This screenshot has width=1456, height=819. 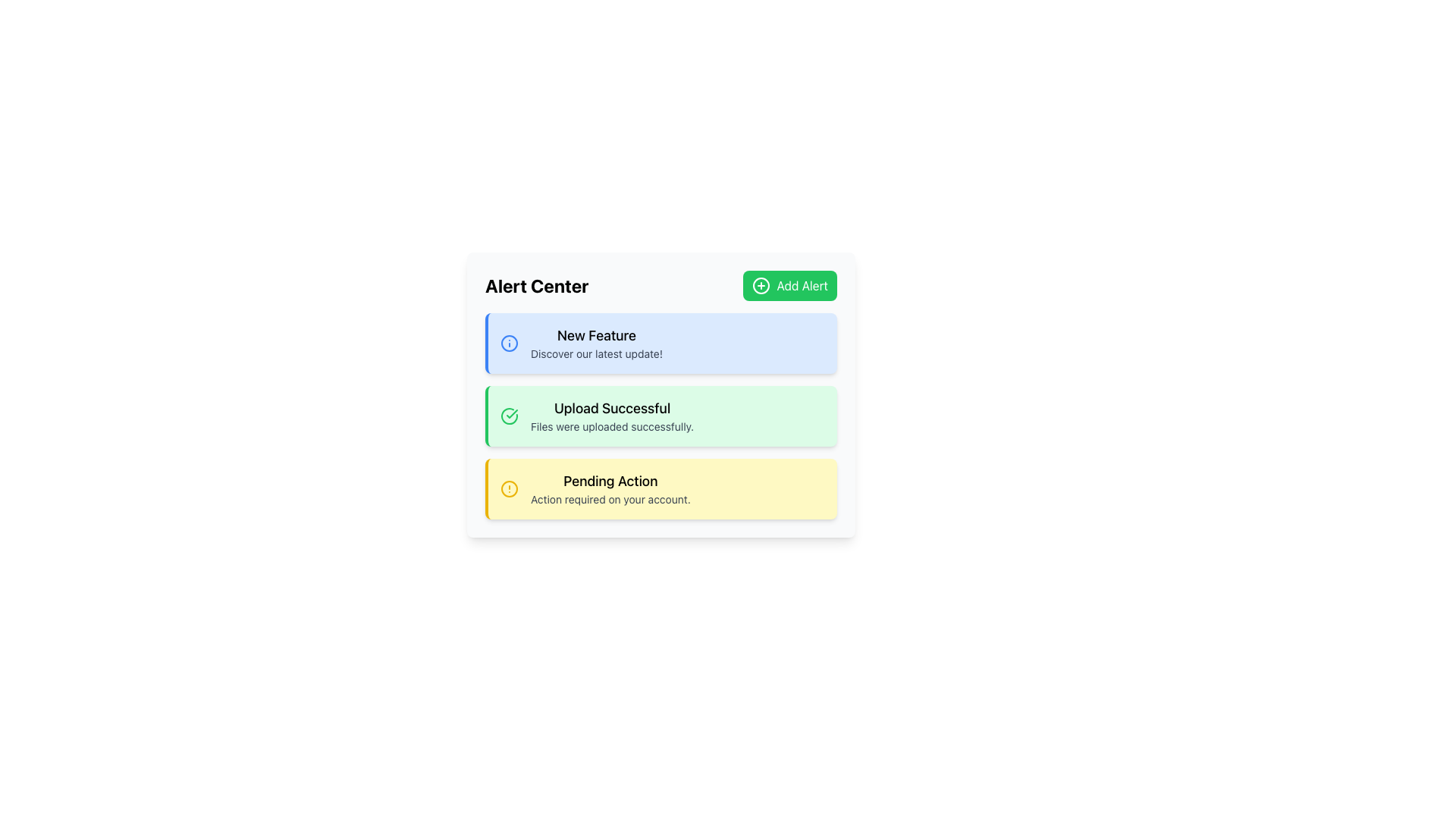 I want to click on the 'Add Alert' button with a green background and white text, located in the header section of the 'Alert Center', so click(x=789, y=286).